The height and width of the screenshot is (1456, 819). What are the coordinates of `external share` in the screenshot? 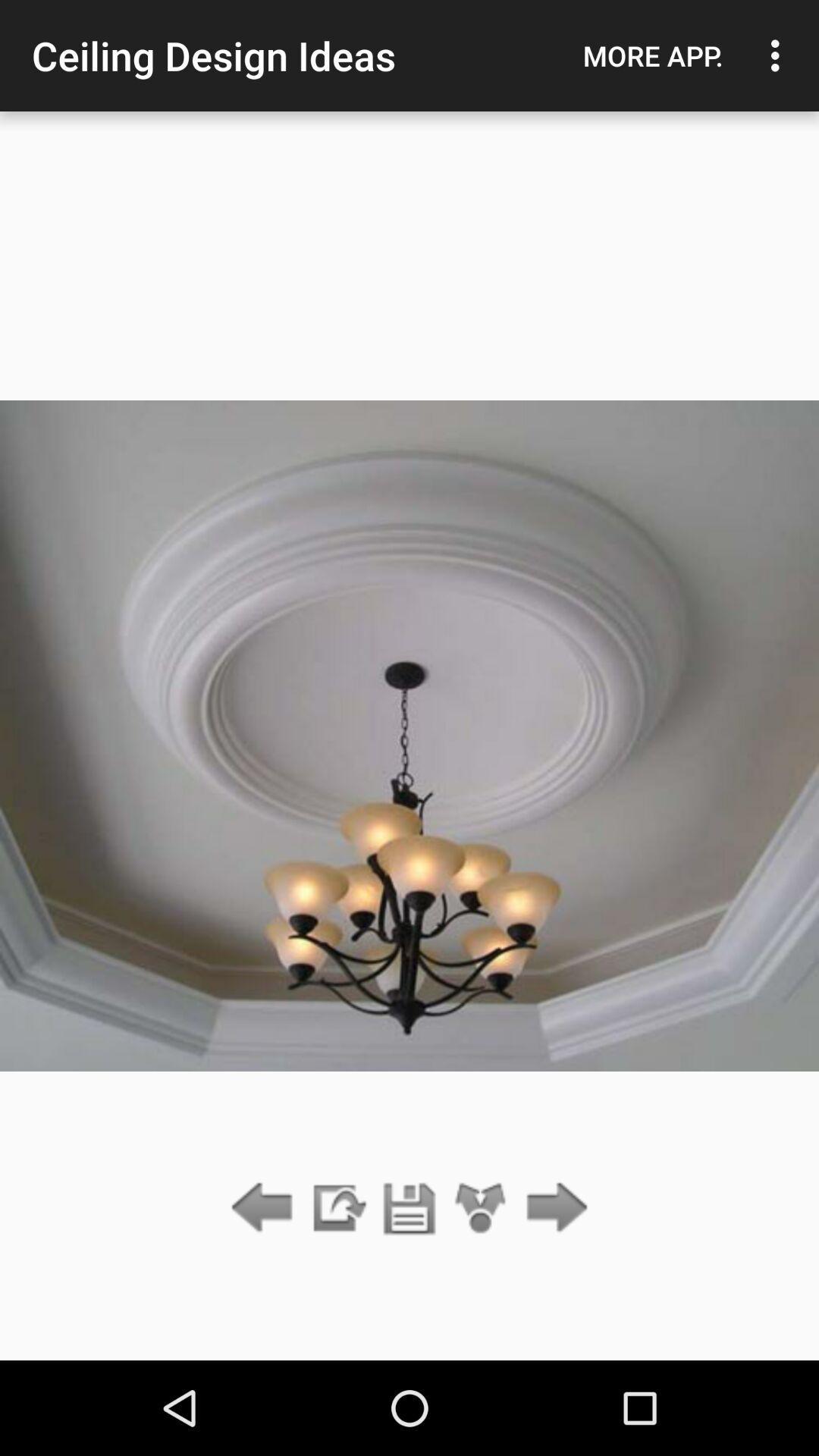 It's located at (337, 1208).